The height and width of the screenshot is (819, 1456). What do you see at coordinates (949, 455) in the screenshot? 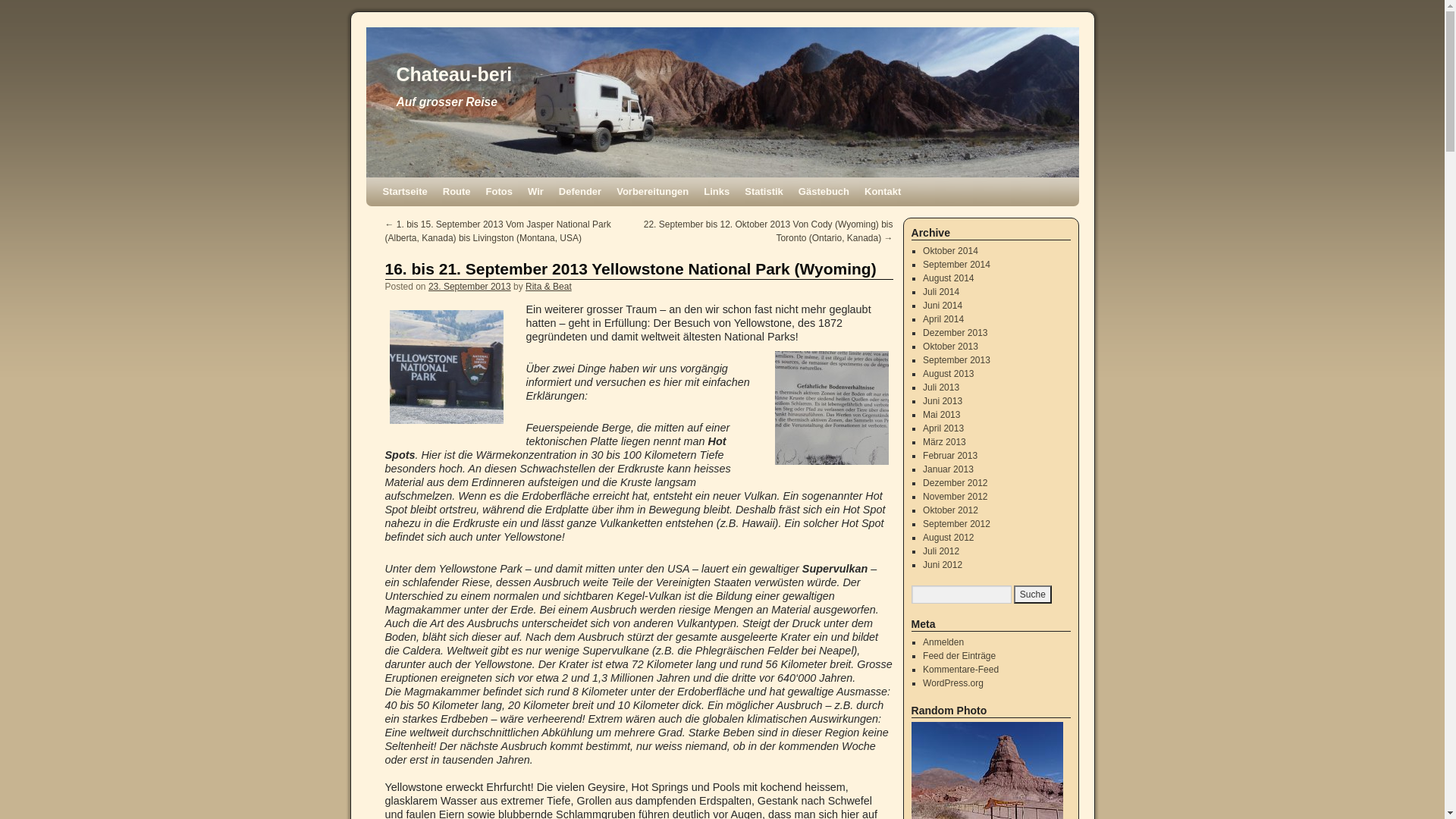
I see `'Februar 2013'` at bounding box center [949, 455].